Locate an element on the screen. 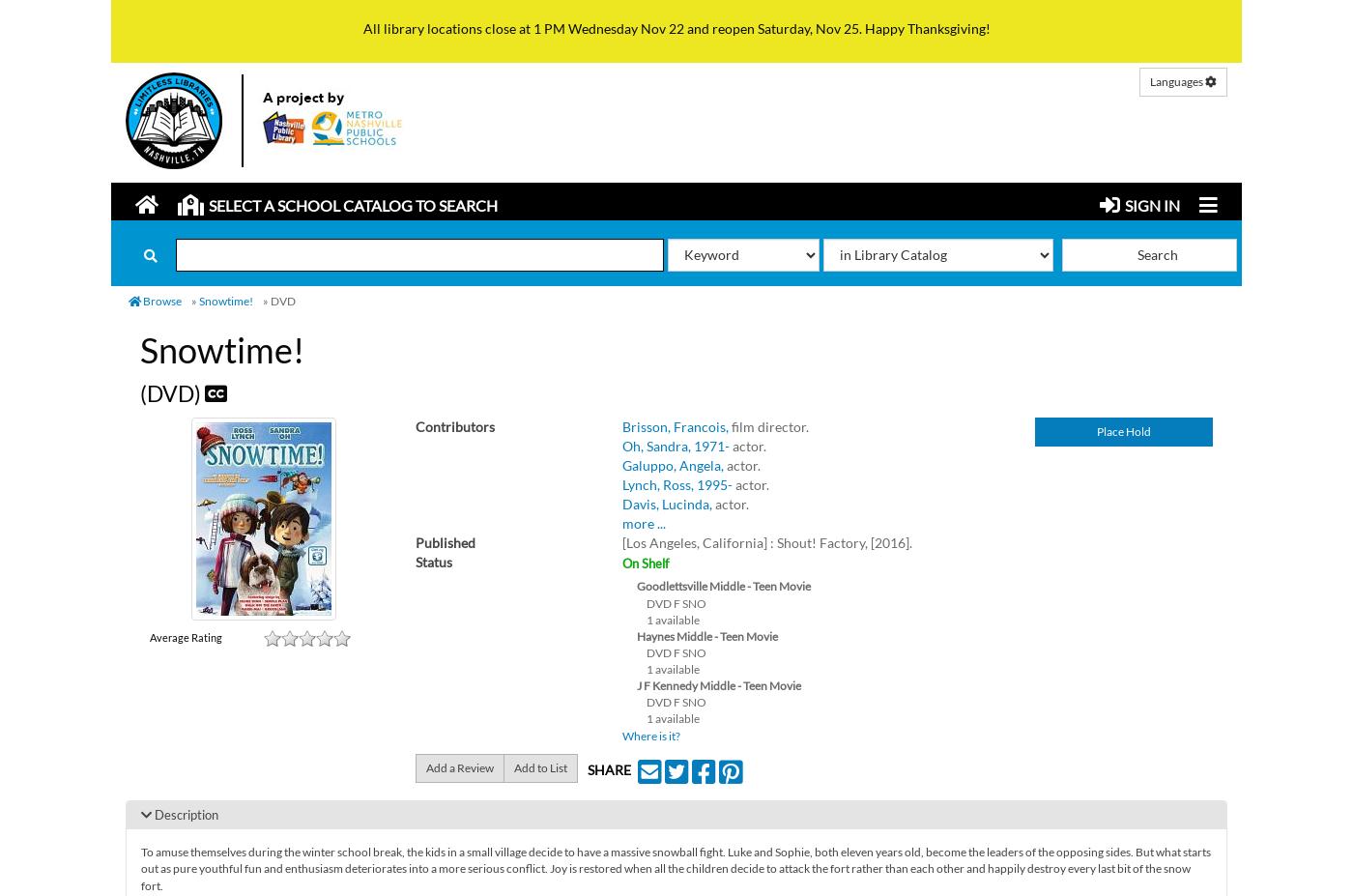 The height and width of the screenshot is (896, 1353). 'Amqui Elementary' is located at coordinates (254, 286).